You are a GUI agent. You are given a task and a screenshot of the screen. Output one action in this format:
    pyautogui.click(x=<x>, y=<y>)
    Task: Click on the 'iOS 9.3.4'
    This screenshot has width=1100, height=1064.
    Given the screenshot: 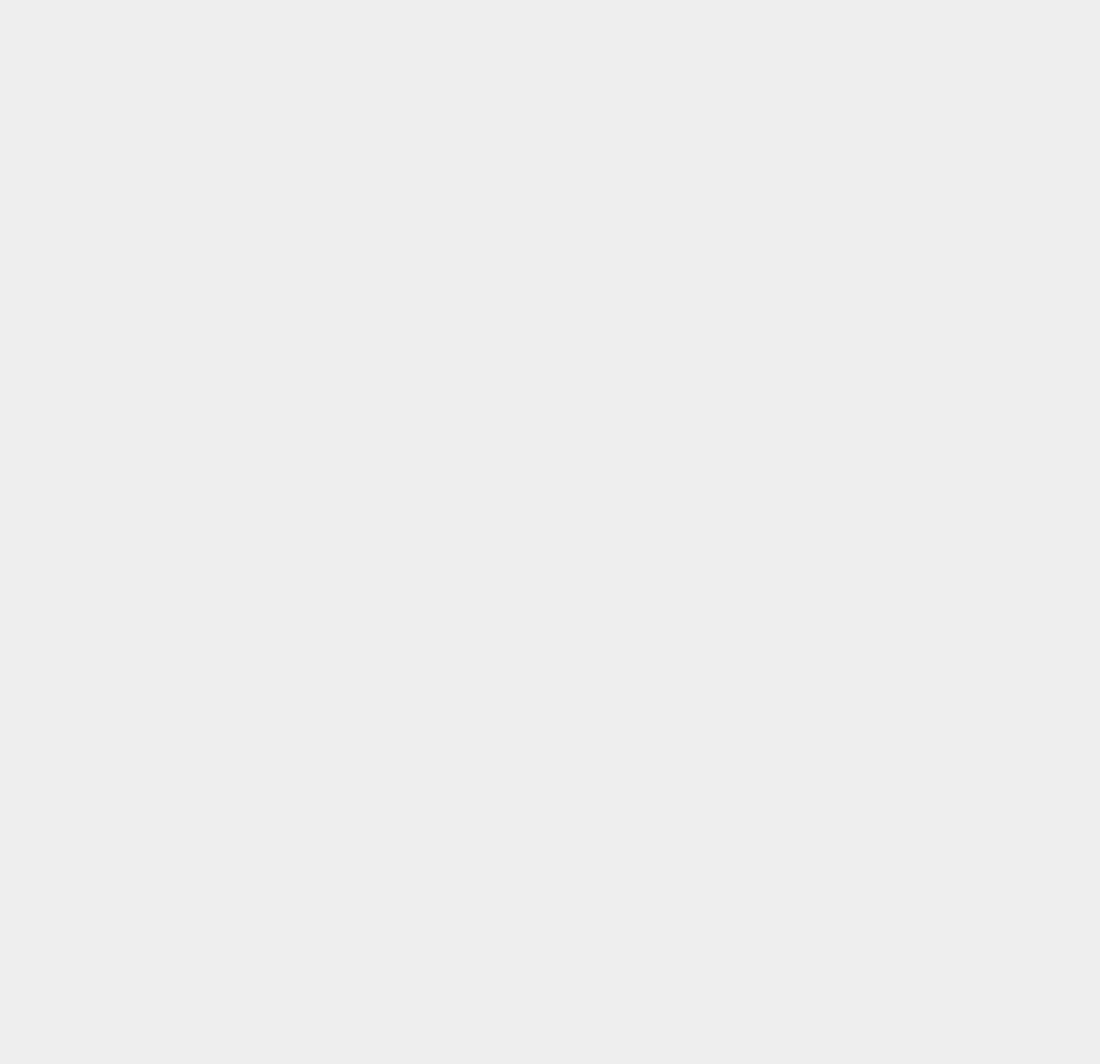 What is the action you would take?
    pyautogui.click(x=778, y=439)
    